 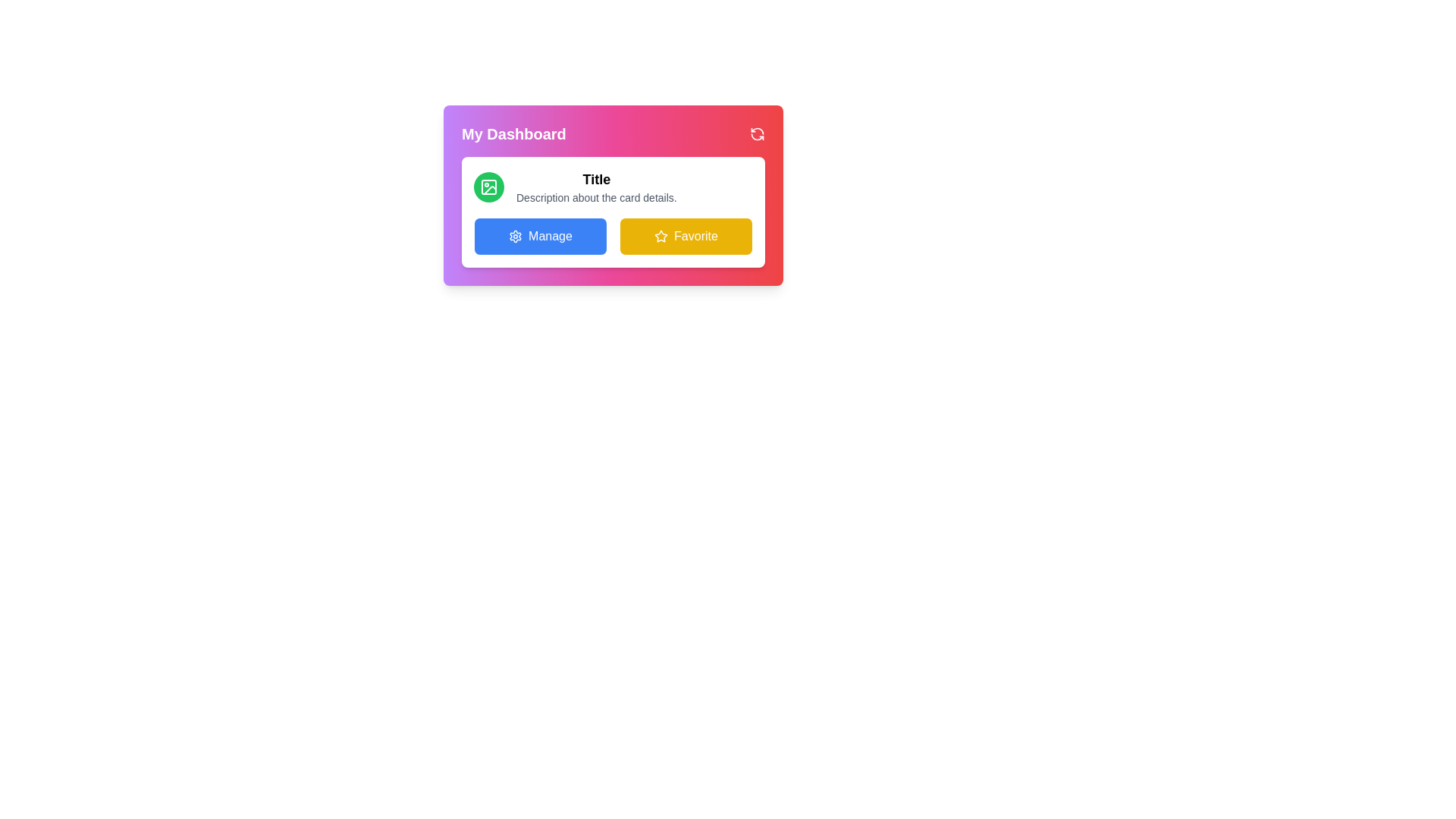 What do you see at coordinates (686, 237) in the screenshot?
I see `the 'Favorite' button with a yellow background and rounded corners located in the lower-right corner of the 'My Dashboard' card` at bounding box center [686, 237].